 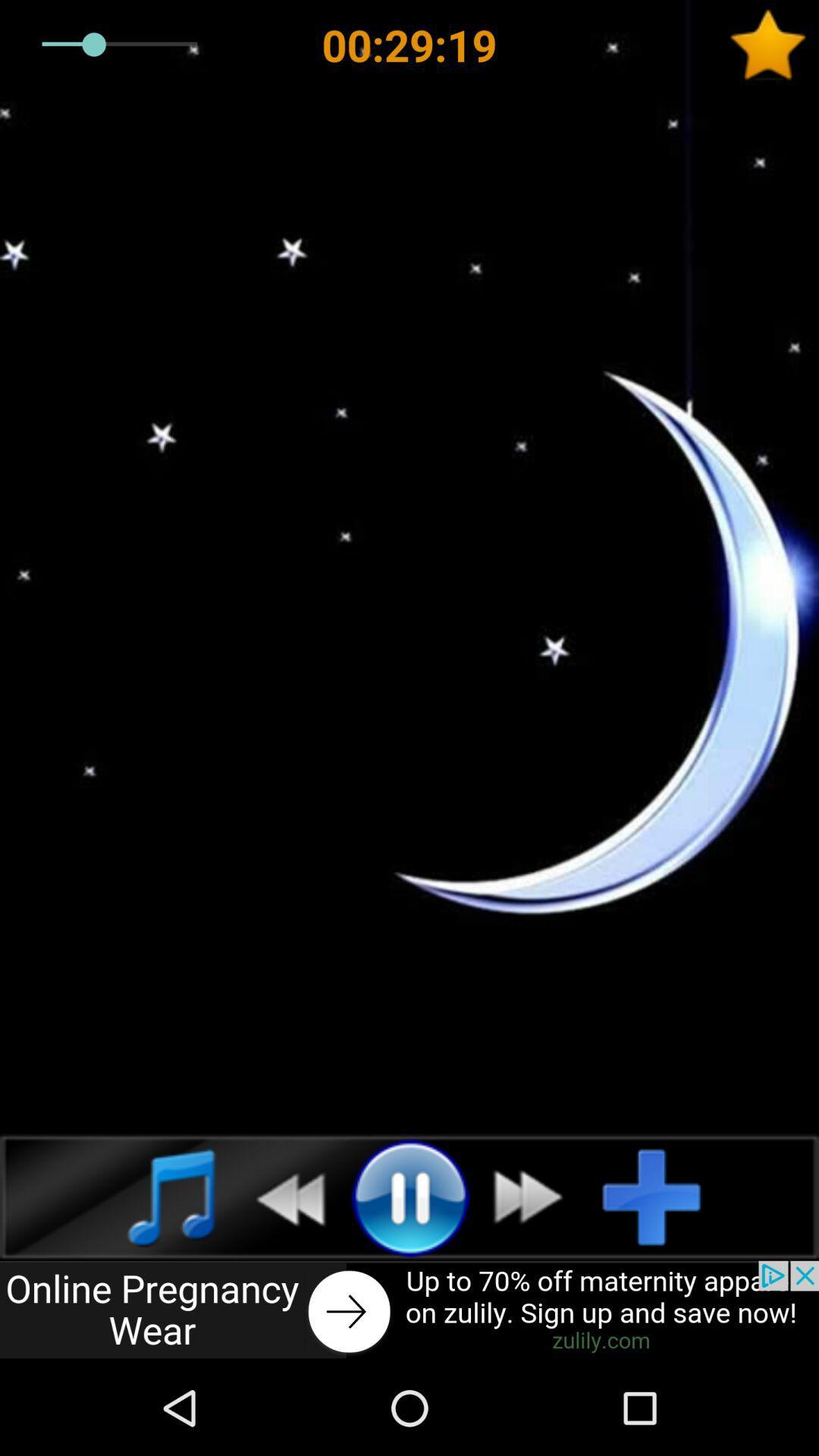 What do you see at coordinates (773, 45) in the screenshot?
I see `open favorites` at bounding box center [773, 45].